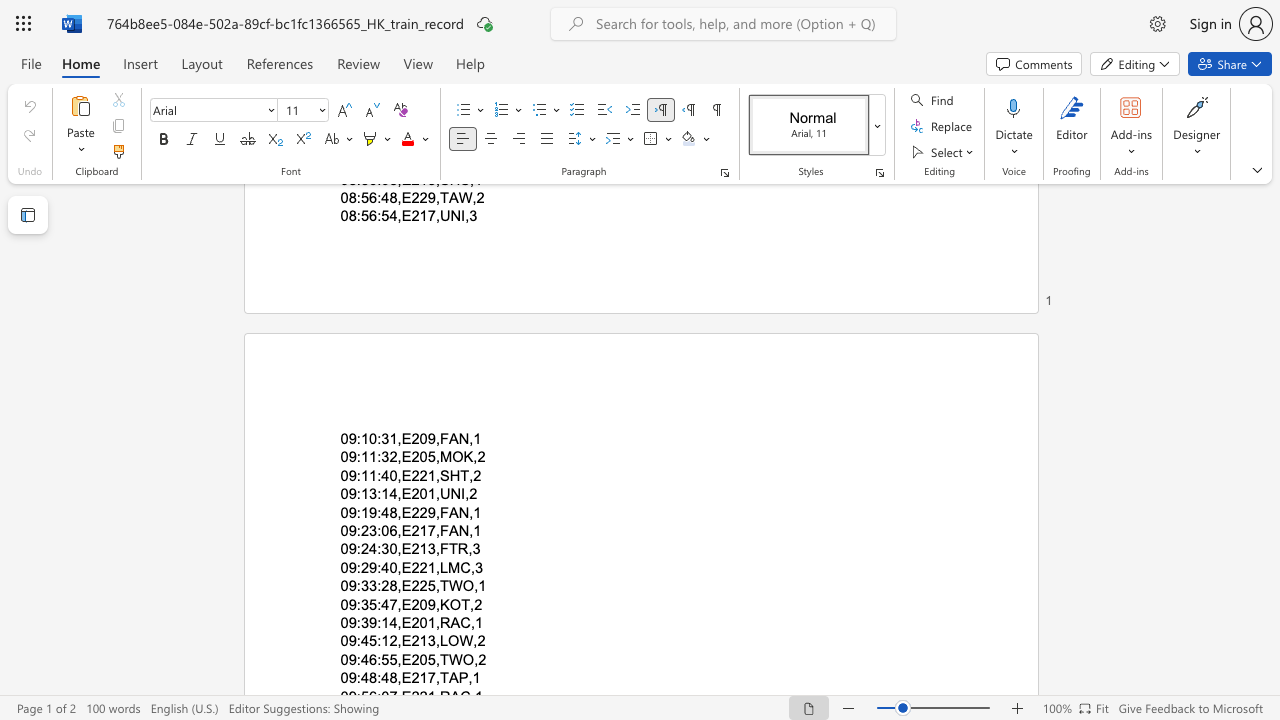  What do you see at coordinates (396, 494) in the screenshot?
I see `the space between the continuous character "4" and "," in the text` at bounding box center [396, 494].